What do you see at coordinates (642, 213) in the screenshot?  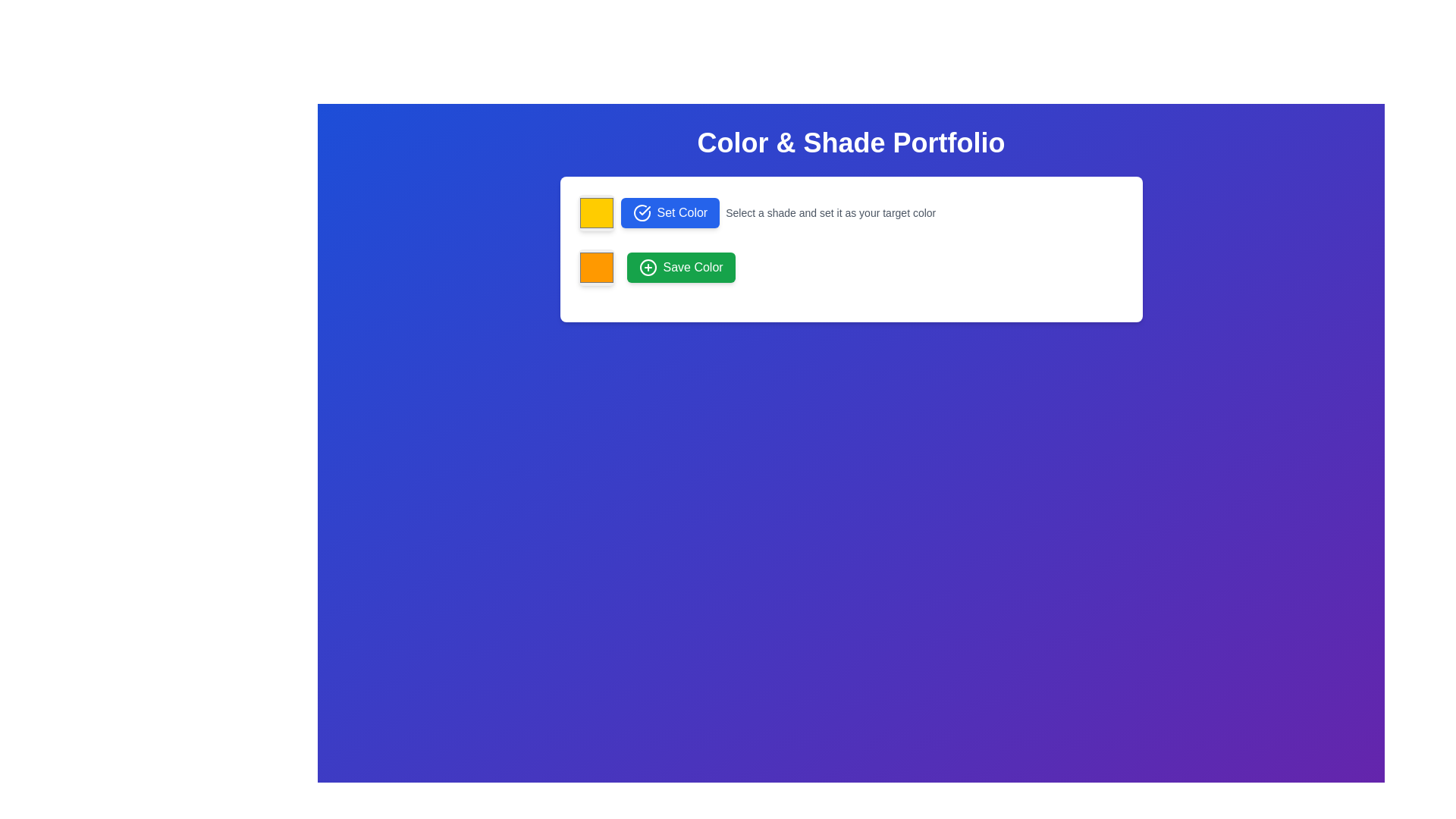 I see `circular icon with a check mark inside, styled with a blue background and white stroke, located to the immediate left of the 'Set Color' button` at bounding box center [642, 213].